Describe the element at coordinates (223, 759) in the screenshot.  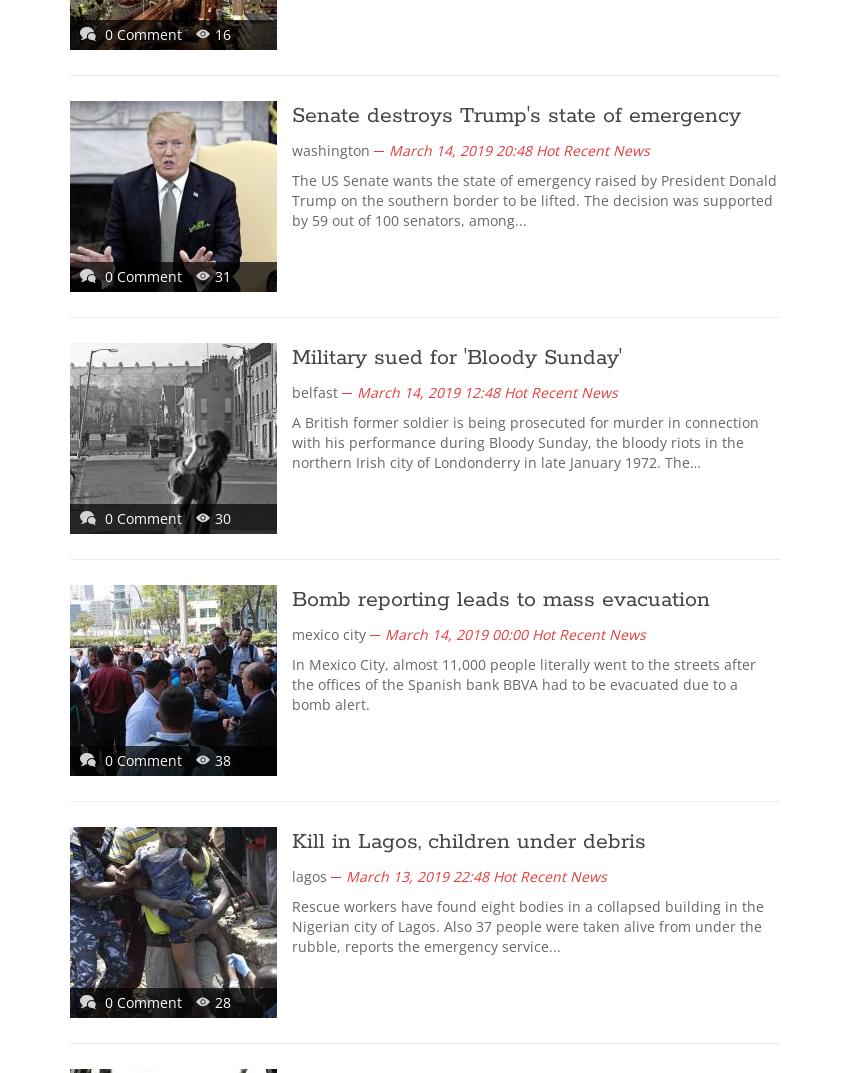
I see `'38'` at that location.